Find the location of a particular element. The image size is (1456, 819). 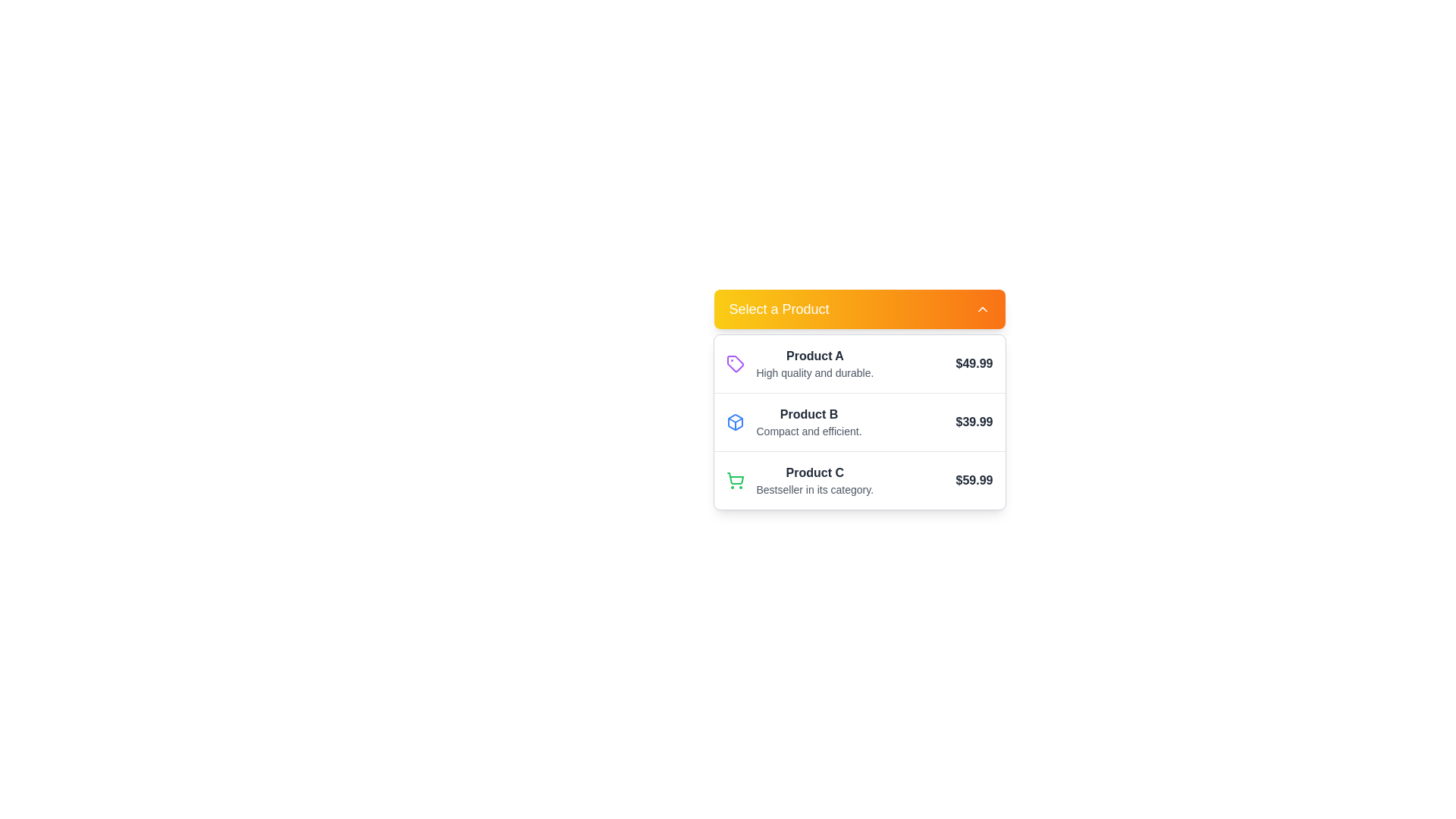

the static text element displaying the price of 'Product A', which is located at the rightmost side of the product row is located at coordinates (974, 363).